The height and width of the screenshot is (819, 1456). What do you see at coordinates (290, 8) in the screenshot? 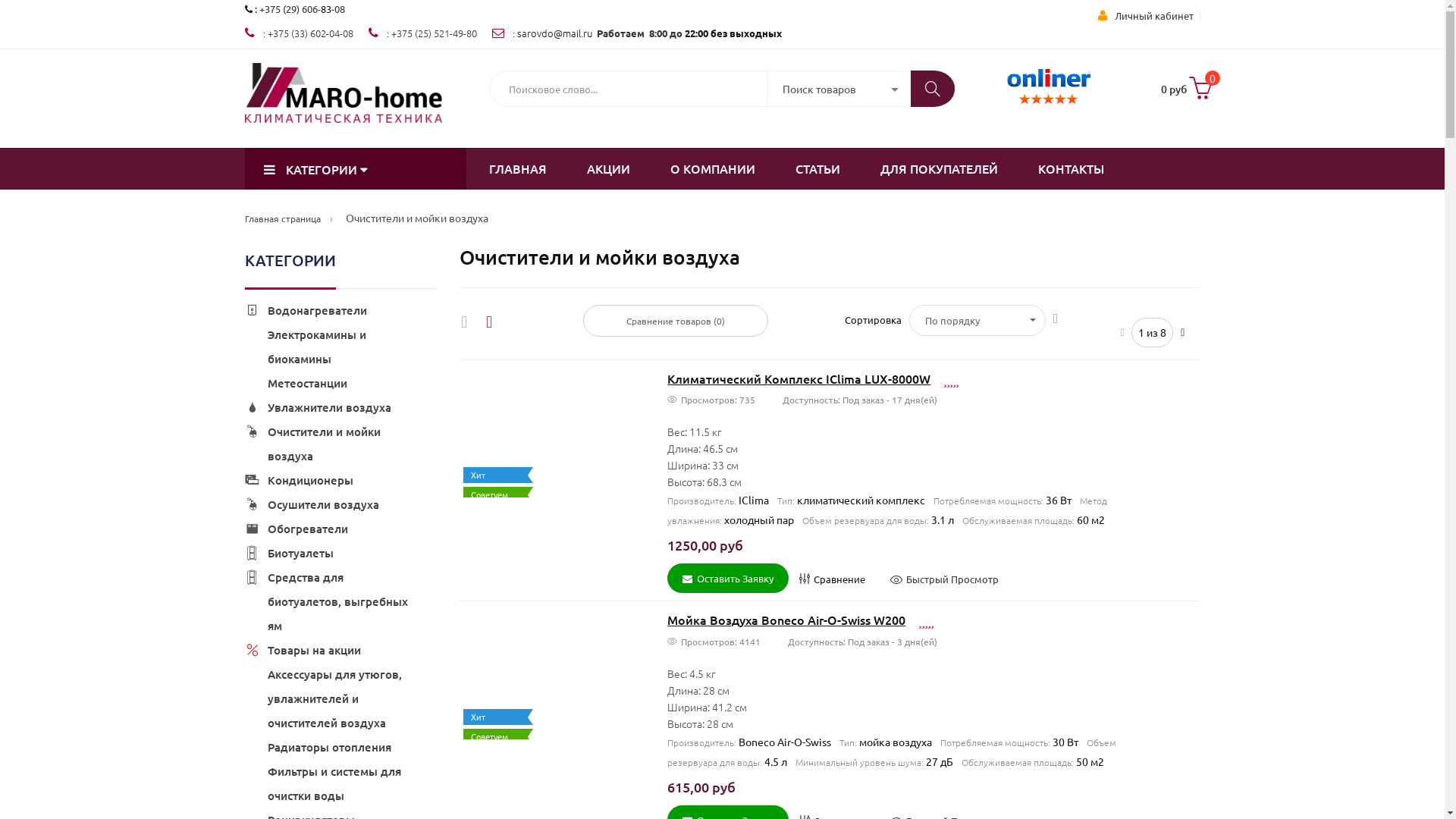
I see `'+375 (29) 606-'` at bounding box center [290, 8].